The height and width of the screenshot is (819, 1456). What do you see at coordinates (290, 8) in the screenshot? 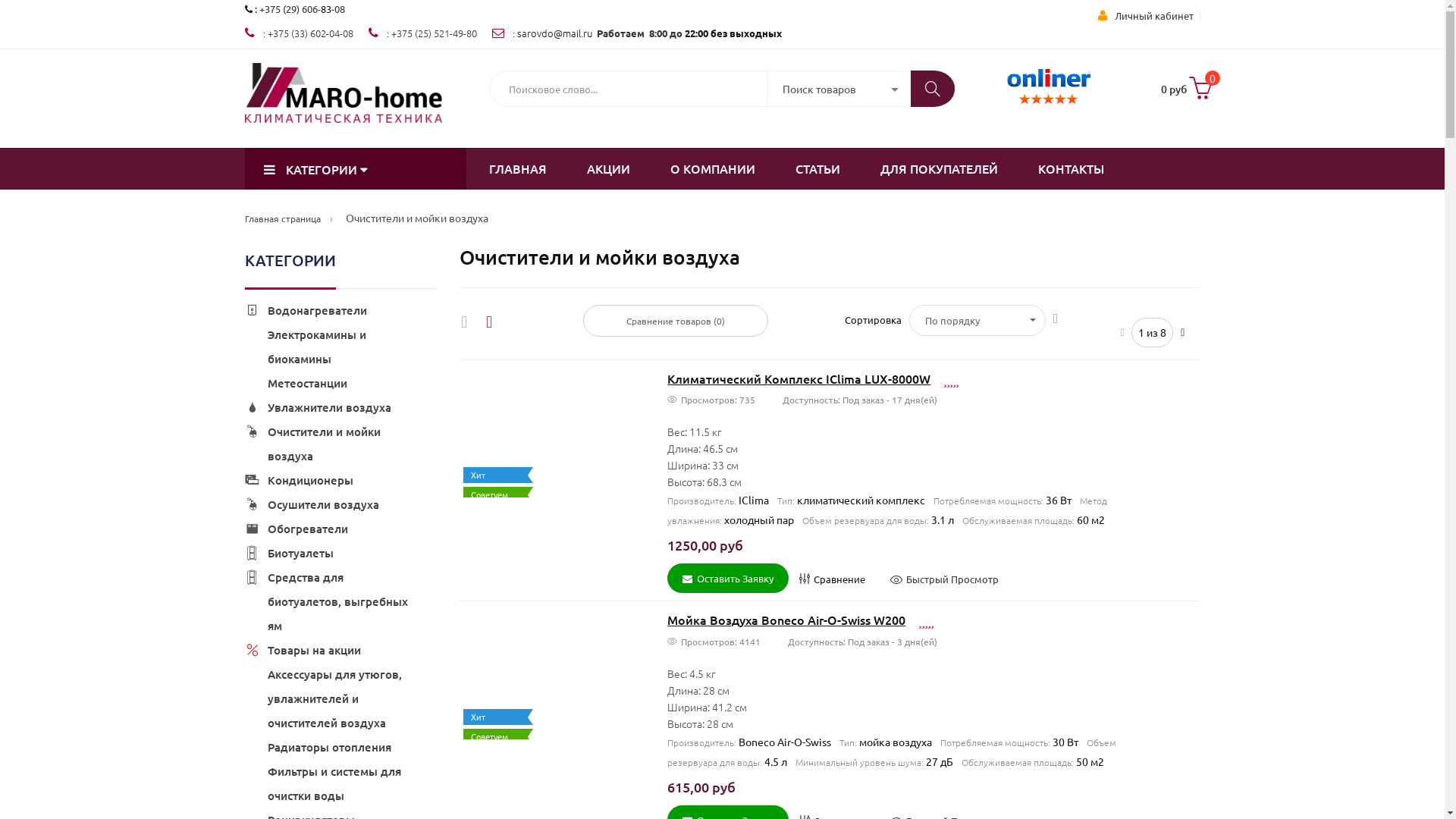
I see `'+375 (29) 606-'` at bounding box center [290, 8].